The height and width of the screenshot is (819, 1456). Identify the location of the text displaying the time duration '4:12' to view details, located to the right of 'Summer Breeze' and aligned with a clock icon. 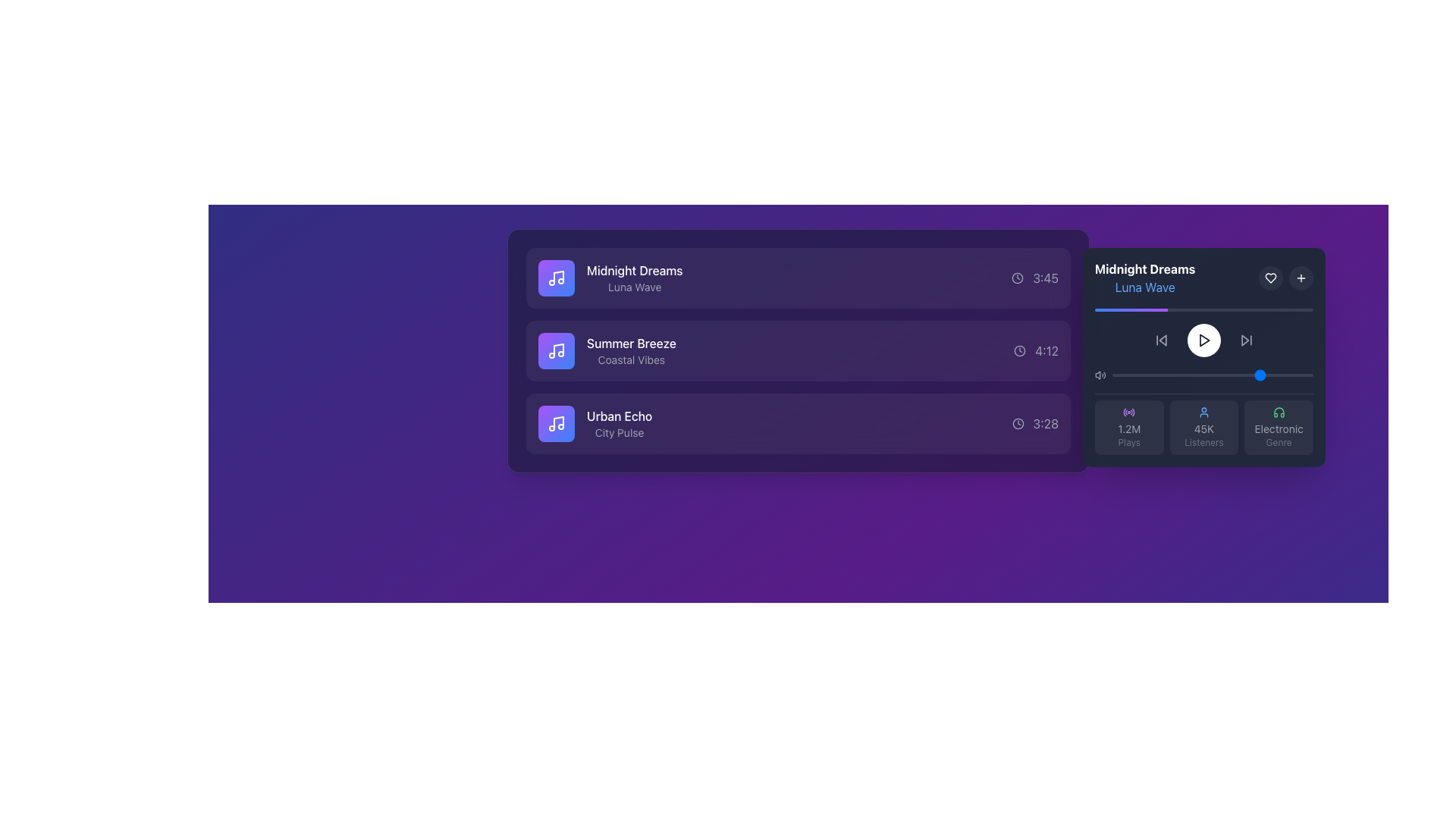
(1046, 350).